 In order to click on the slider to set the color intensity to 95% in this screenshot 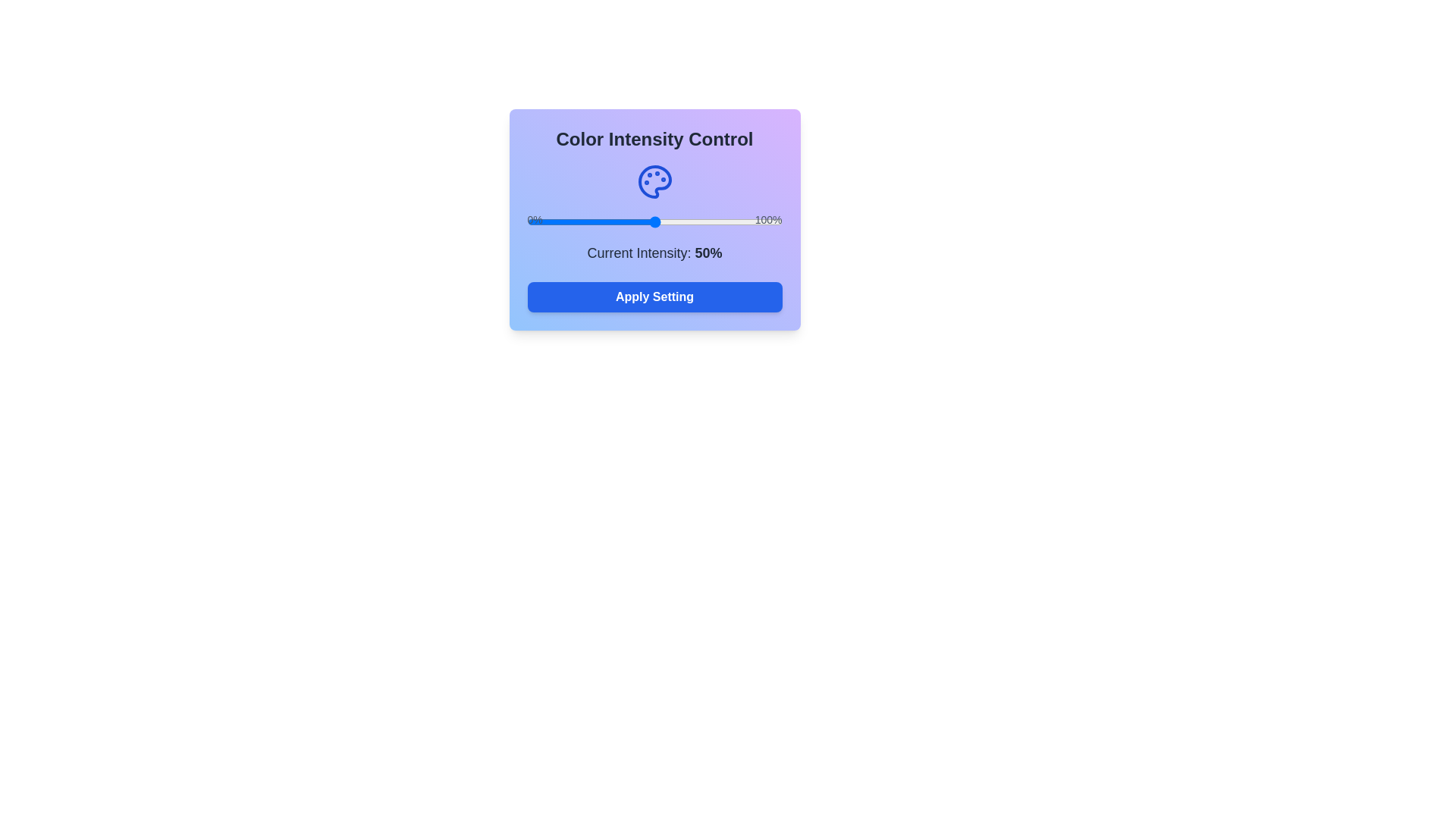, I will do `click(769, 222)`.